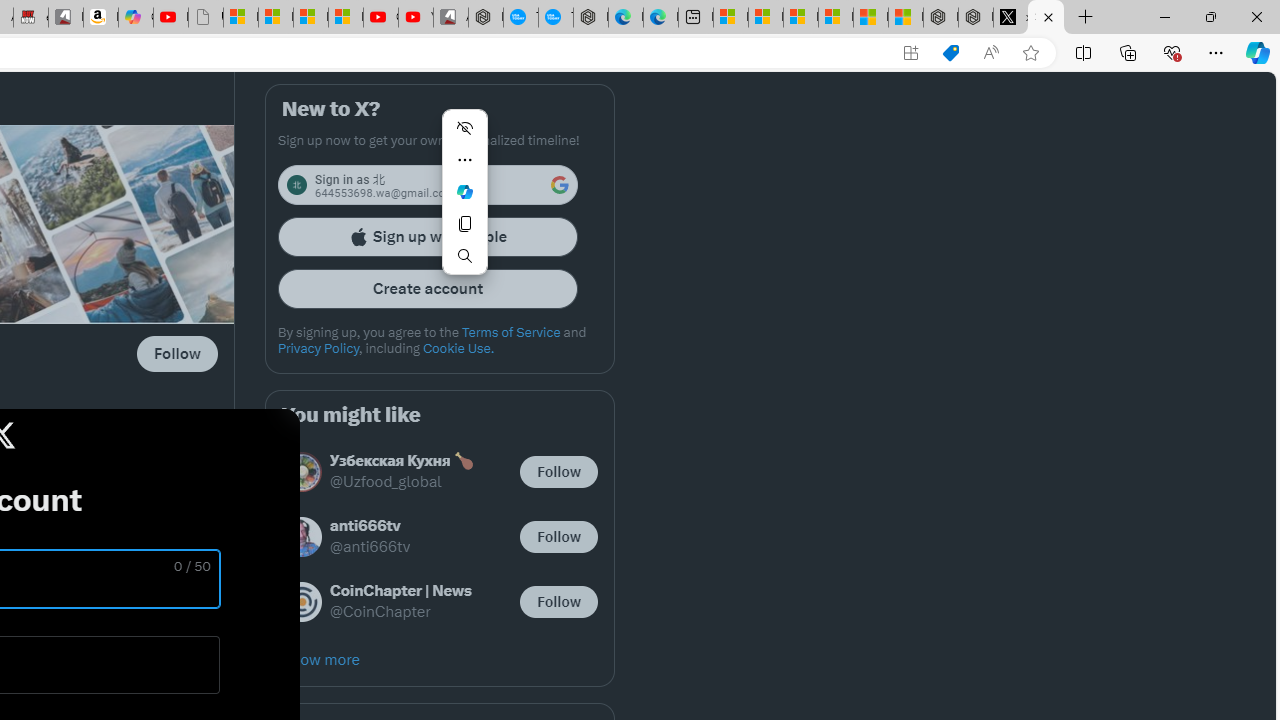 Image resolution: width=1280 pixels, height=720 pixels. What do you see at coordinates (135, 17) in the screenshot?
I see `'Copilot'` at bounding box center [135, 17].